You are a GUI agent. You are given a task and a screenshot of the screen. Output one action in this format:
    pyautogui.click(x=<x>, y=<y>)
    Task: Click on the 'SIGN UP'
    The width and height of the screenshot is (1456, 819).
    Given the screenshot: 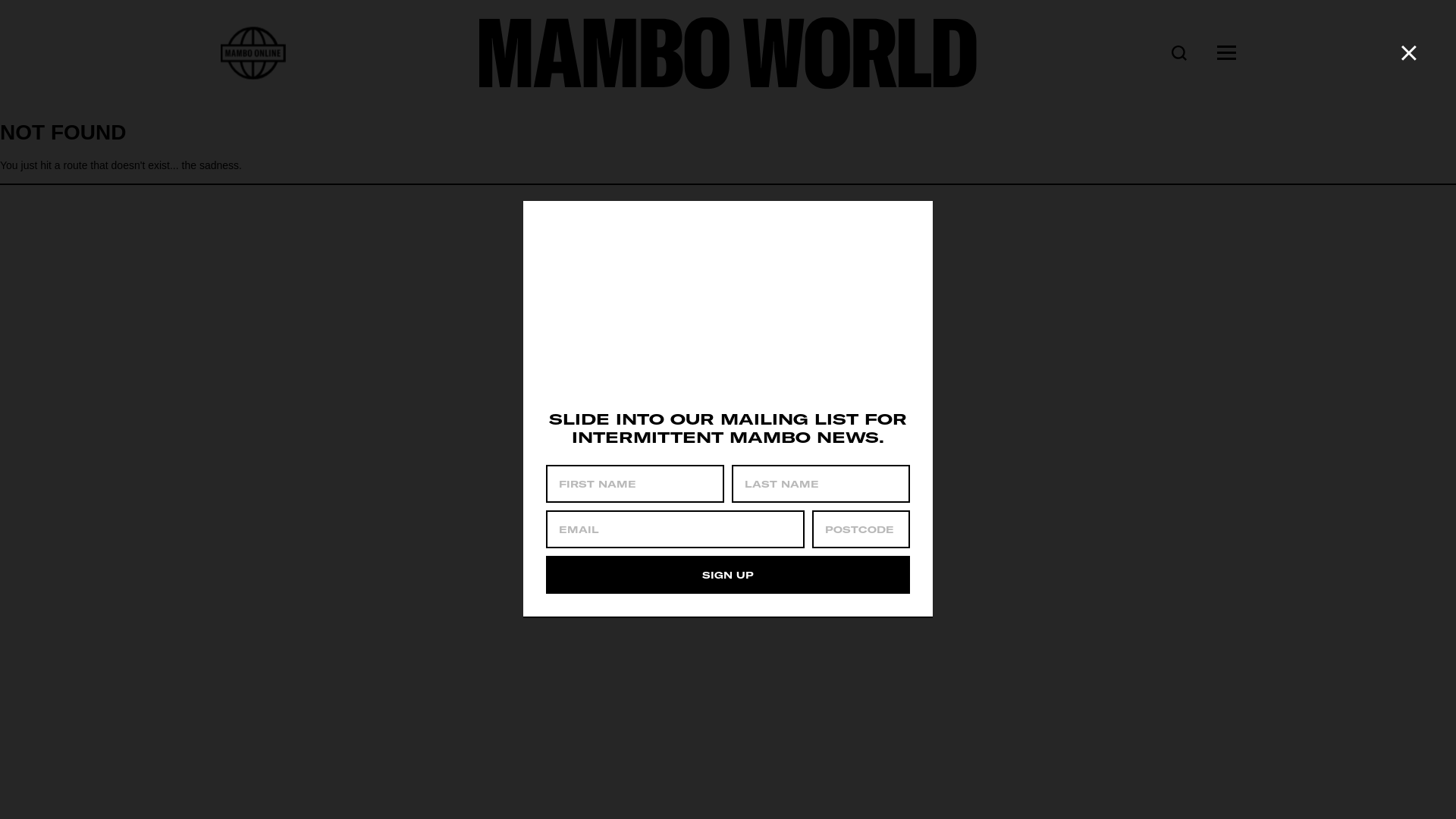 What is the action you would take?
    pyautogui.click(x=728, y=575)
    